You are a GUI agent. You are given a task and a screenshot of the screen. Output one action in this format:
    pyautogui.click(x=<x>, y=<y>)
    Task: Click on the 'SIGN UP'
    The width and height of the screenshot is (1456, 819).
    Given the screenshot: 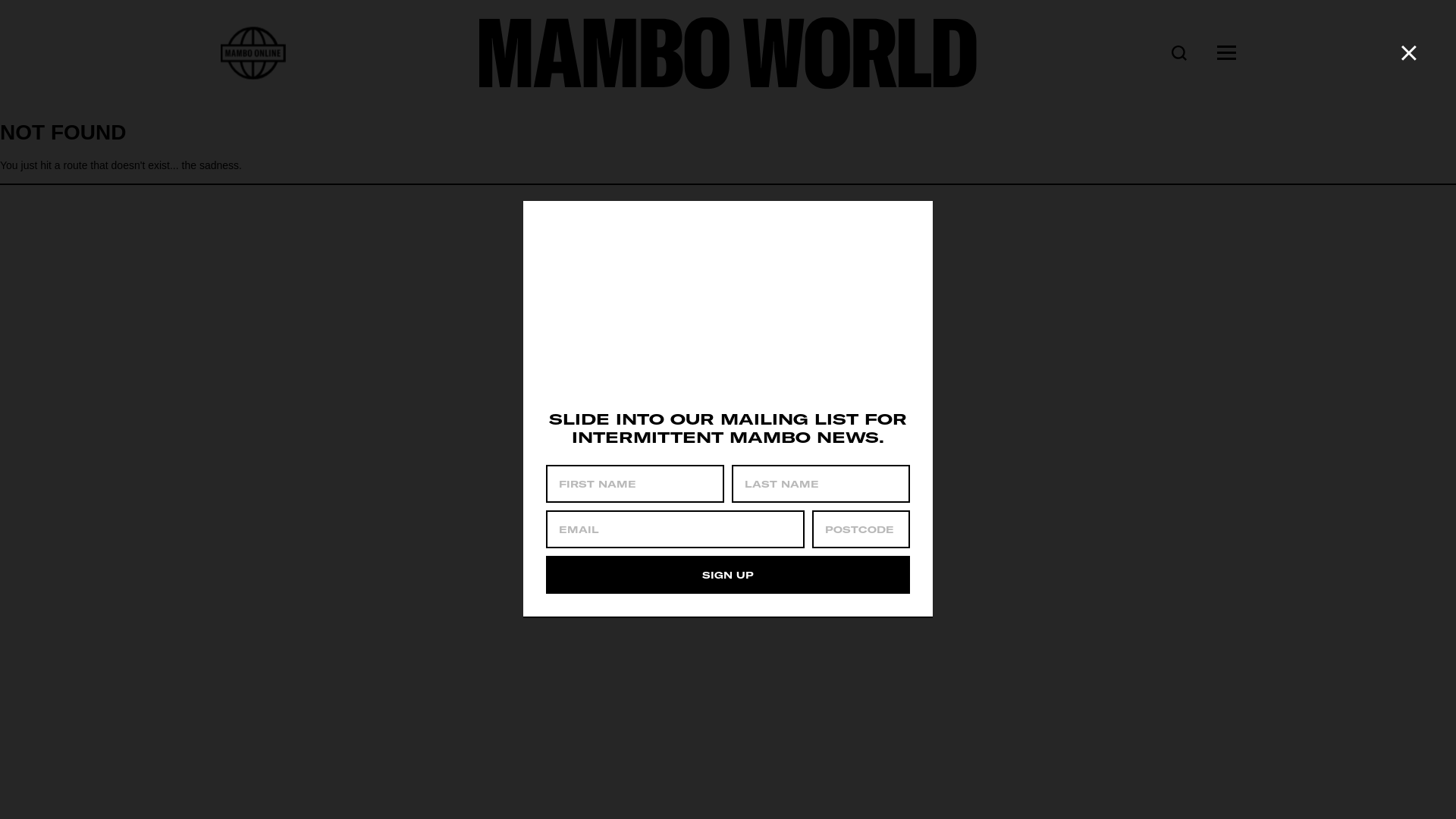 What is the action you would take?
    pyautogui.click(x=728, y=575)
    